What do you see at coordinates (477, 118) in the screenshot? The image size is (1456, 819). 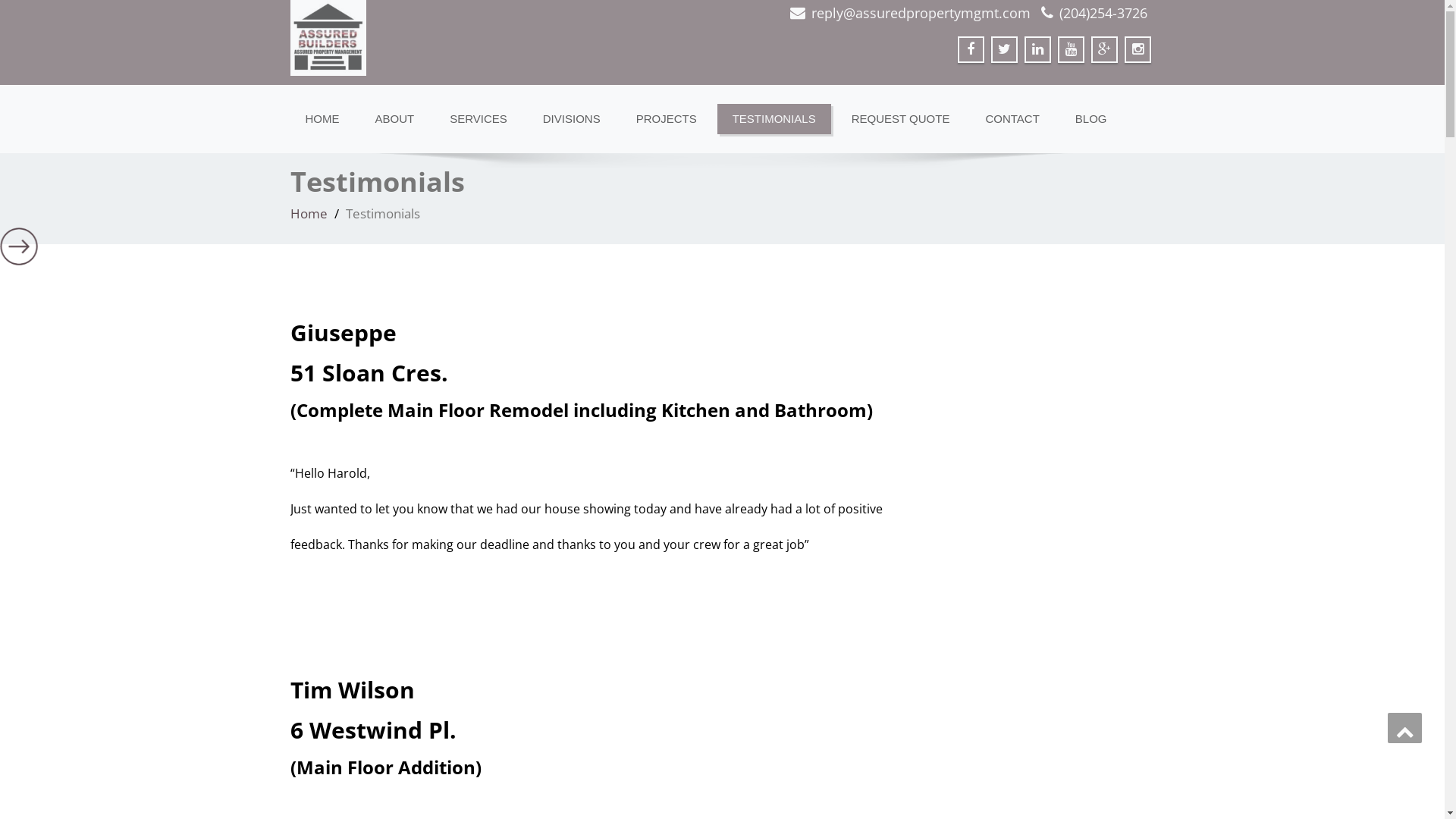 I see `'SERVICES'` at bounding box center [477, 118].